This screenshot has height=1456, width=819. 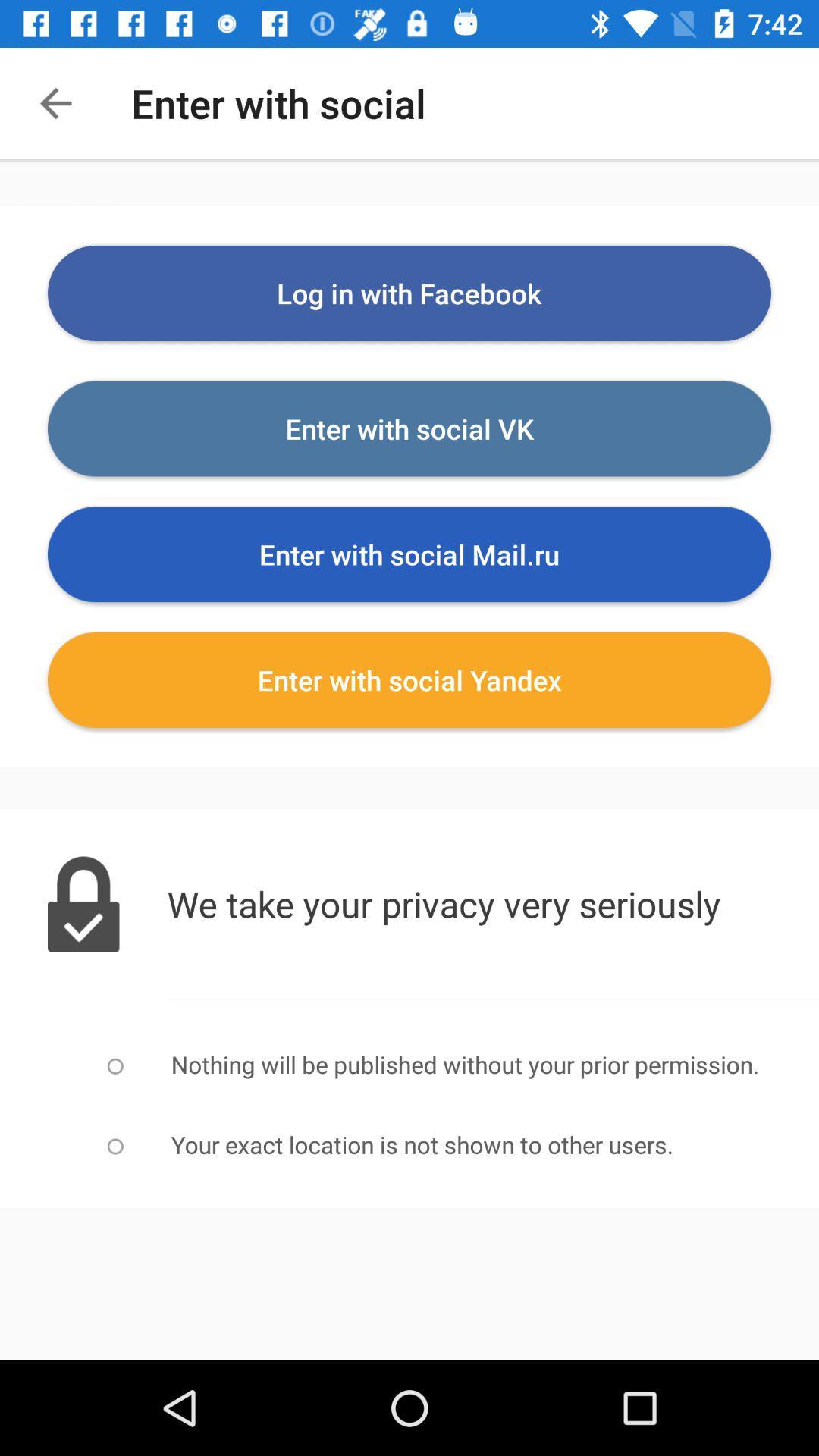 I want to click on item next to the enter with social item, so click(x=55, y=102).